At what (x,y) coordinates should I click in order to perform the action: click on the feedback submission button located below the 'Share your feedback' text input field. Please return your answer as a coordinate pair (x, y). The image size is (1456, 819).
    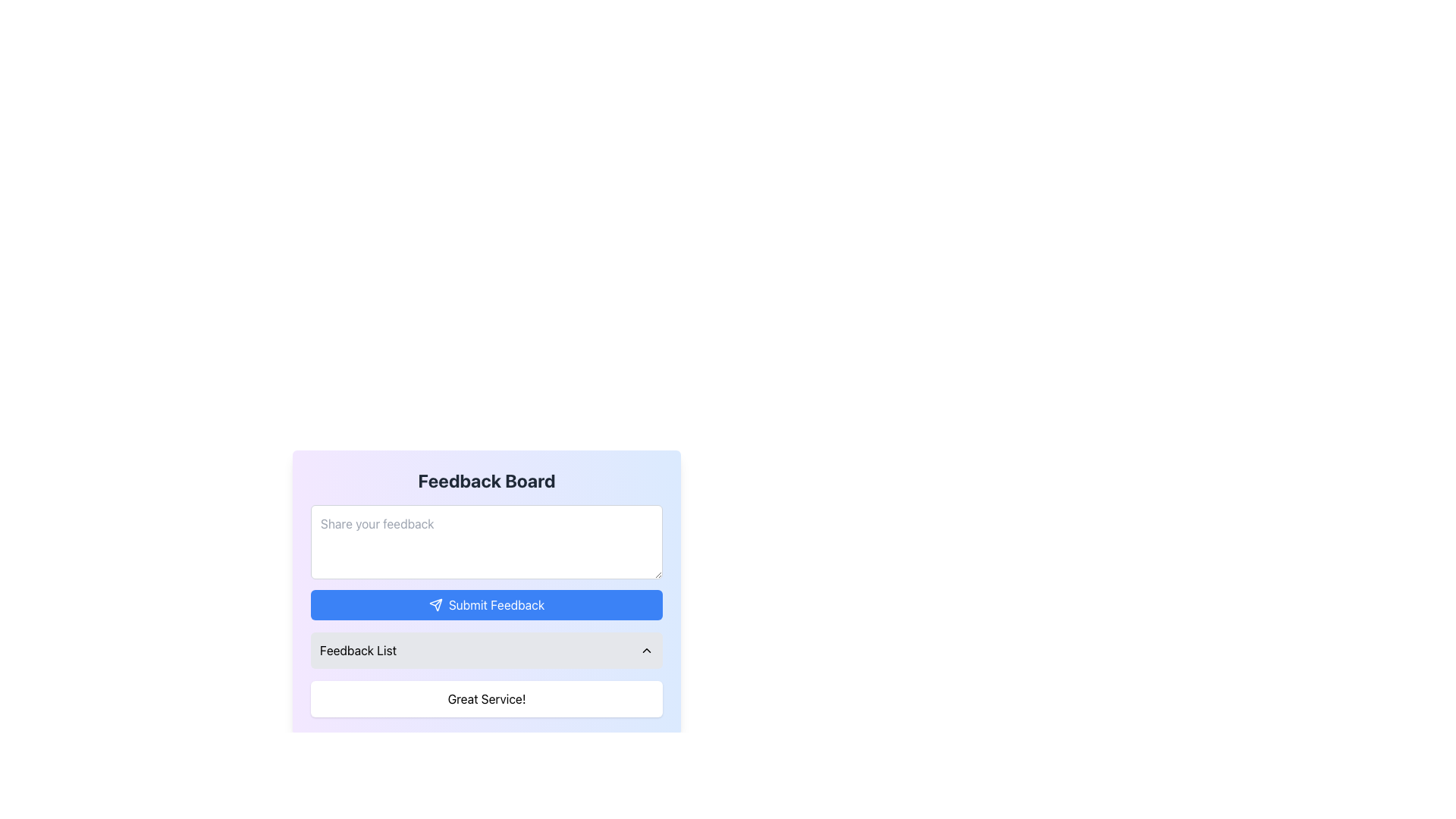
    Looking at the image, I should click on (487, 604).